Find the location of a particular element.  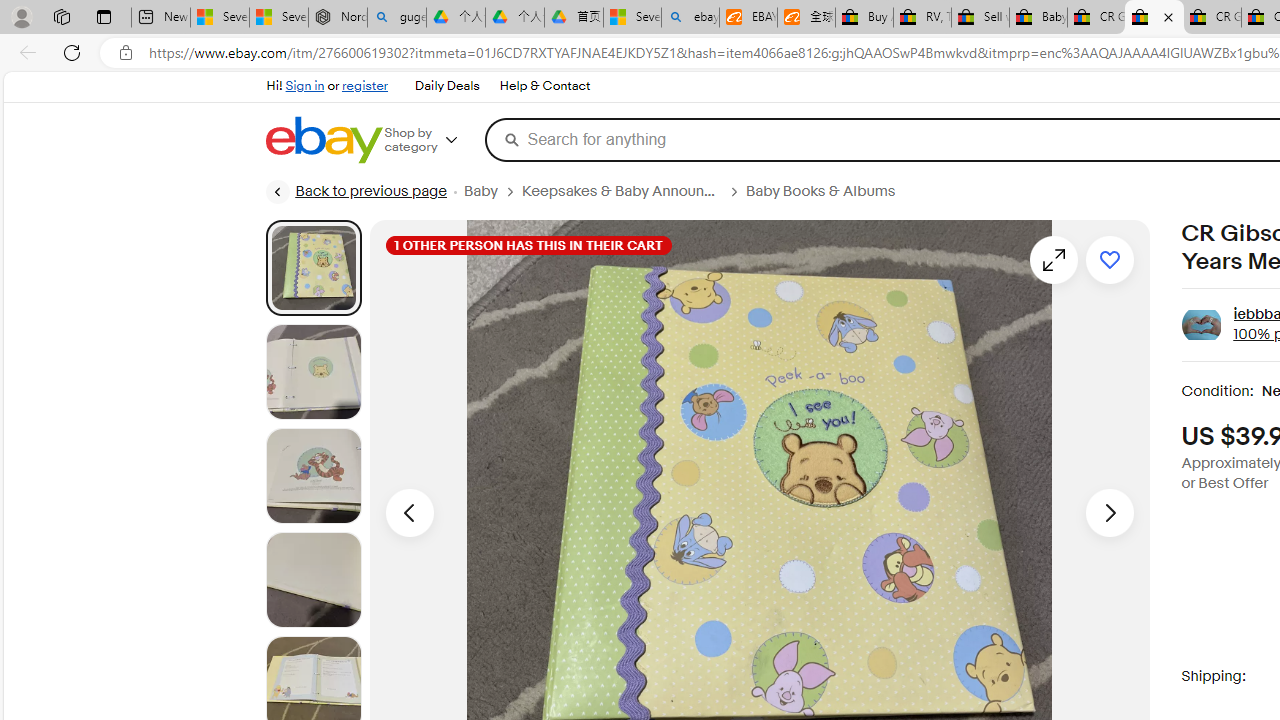

'Add to watchlist' is located at coordinates (1108, 258).